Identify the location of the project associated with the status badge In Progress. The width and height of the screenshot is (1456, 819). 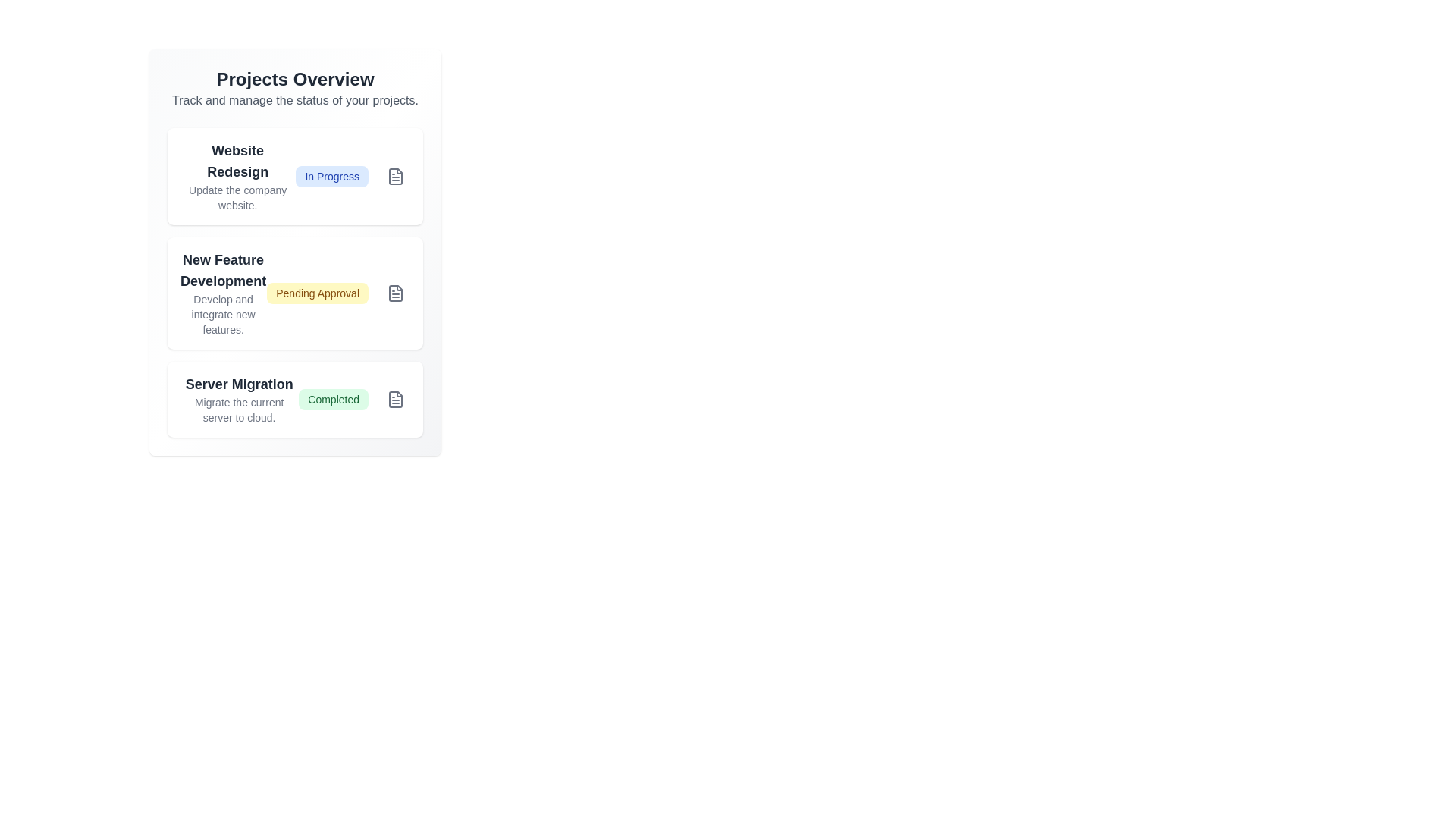
(331, 175).